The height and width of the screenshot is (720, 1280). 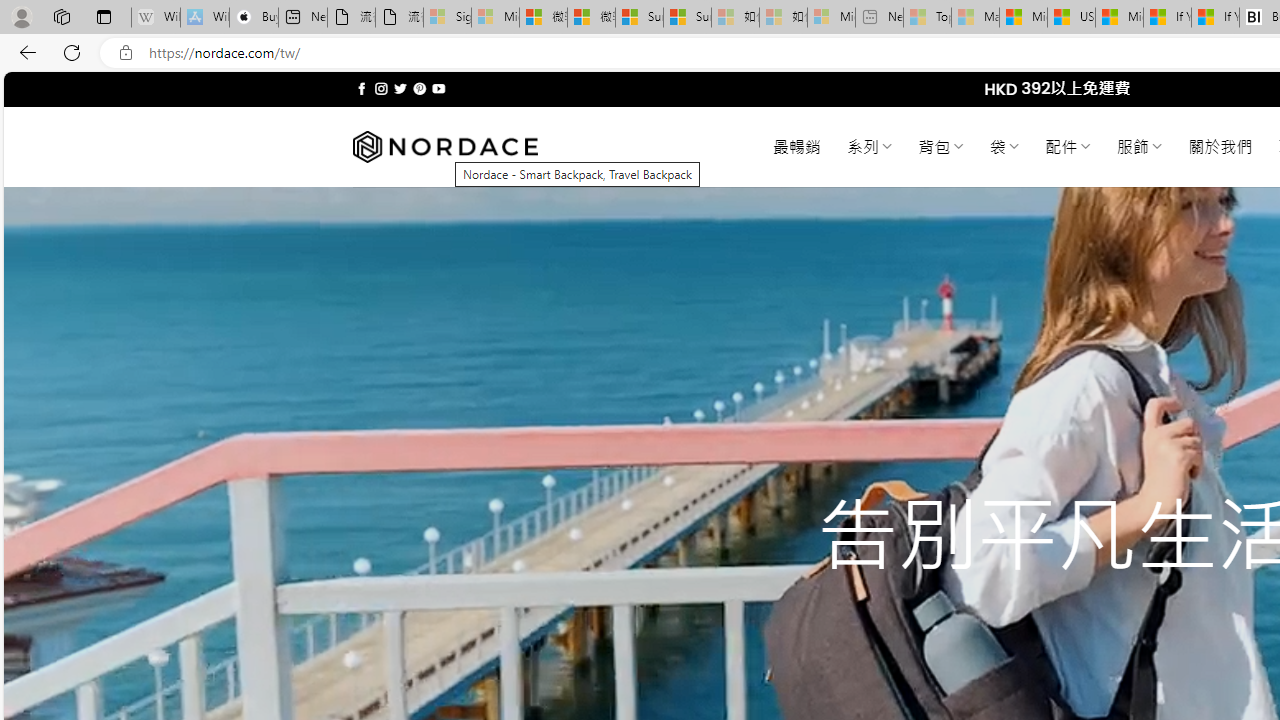 What do you see at coordinates (438, 88) in the screenshot?
I see `'Follow on YouTube'` at bounding box center [438, 88].